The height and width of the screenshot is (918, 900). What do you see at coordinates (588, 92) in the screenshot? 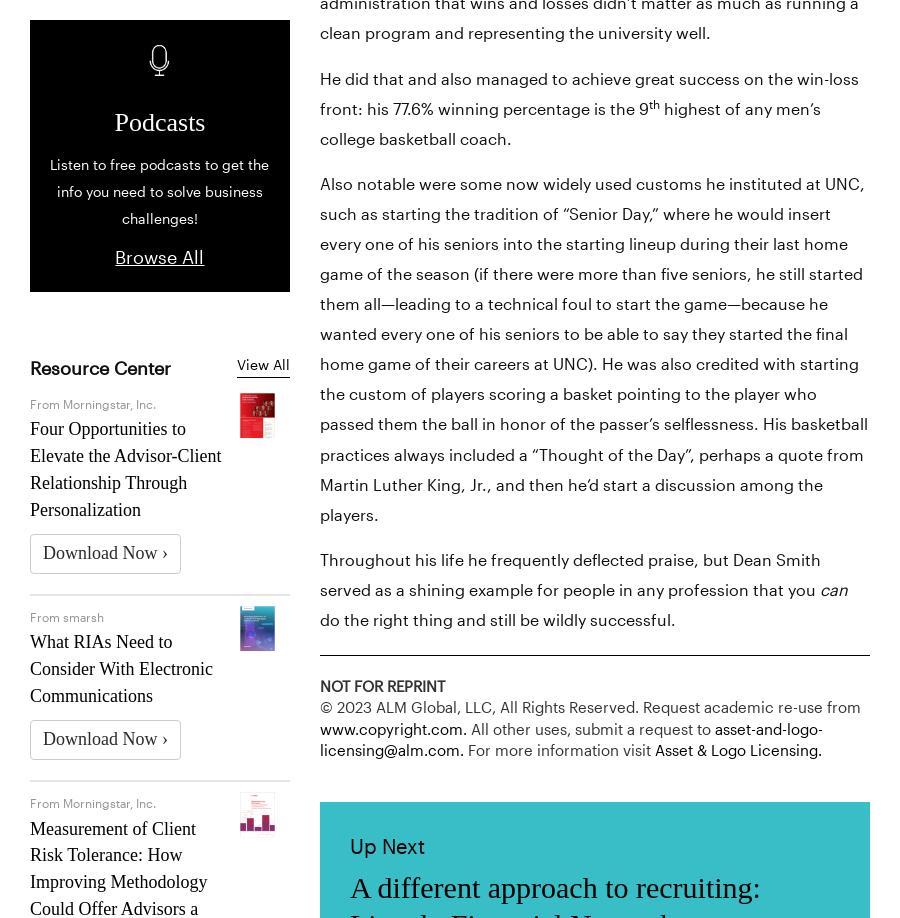
I see `'He did that and also managed to achieve great success on the win-loss front: his 77.6% winning percentage is the 9'` at bounding box center [588, 92].